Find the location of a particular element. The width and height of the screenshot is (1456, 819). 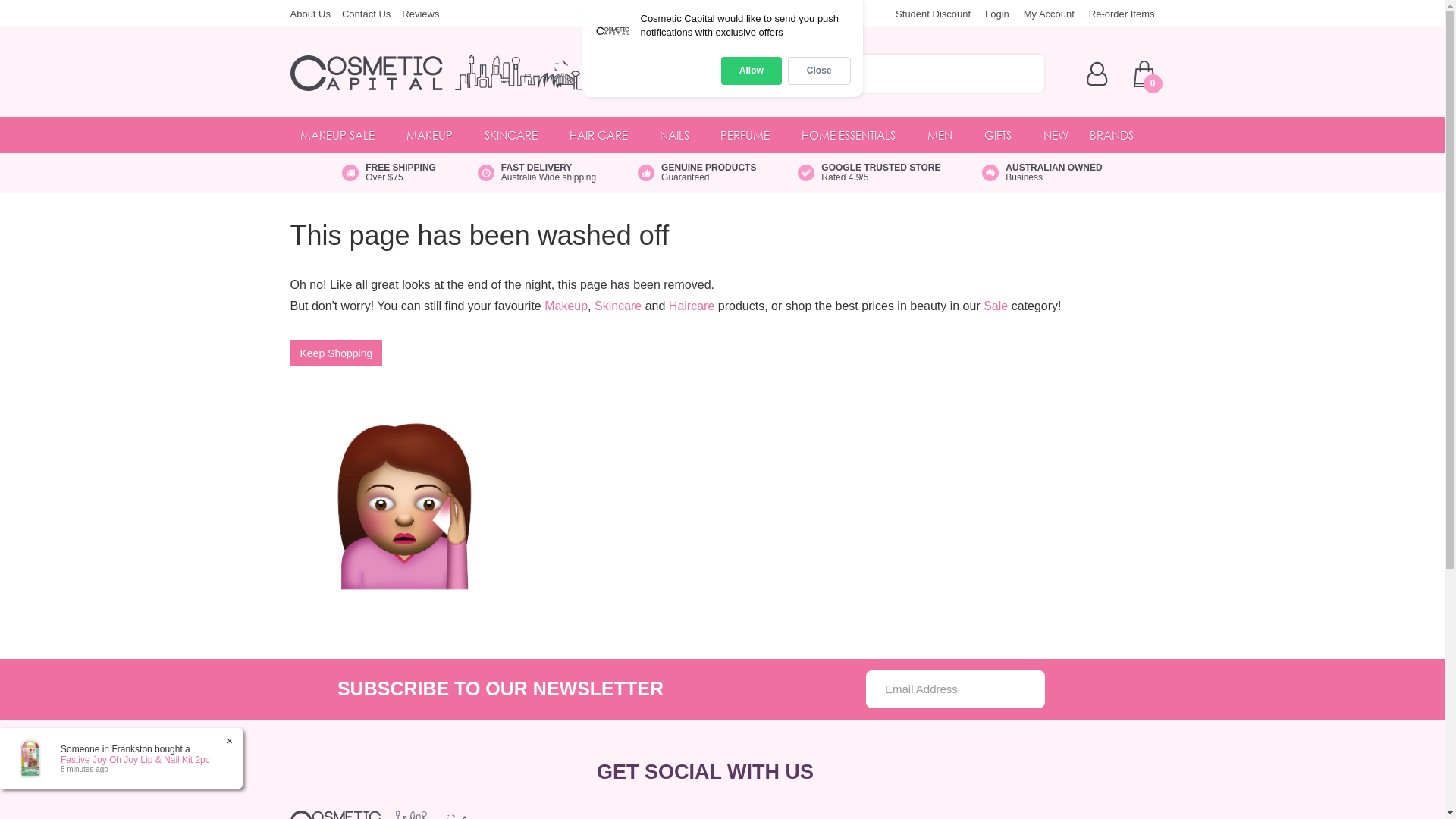

'MEN' is located at coordinates (944, 133).